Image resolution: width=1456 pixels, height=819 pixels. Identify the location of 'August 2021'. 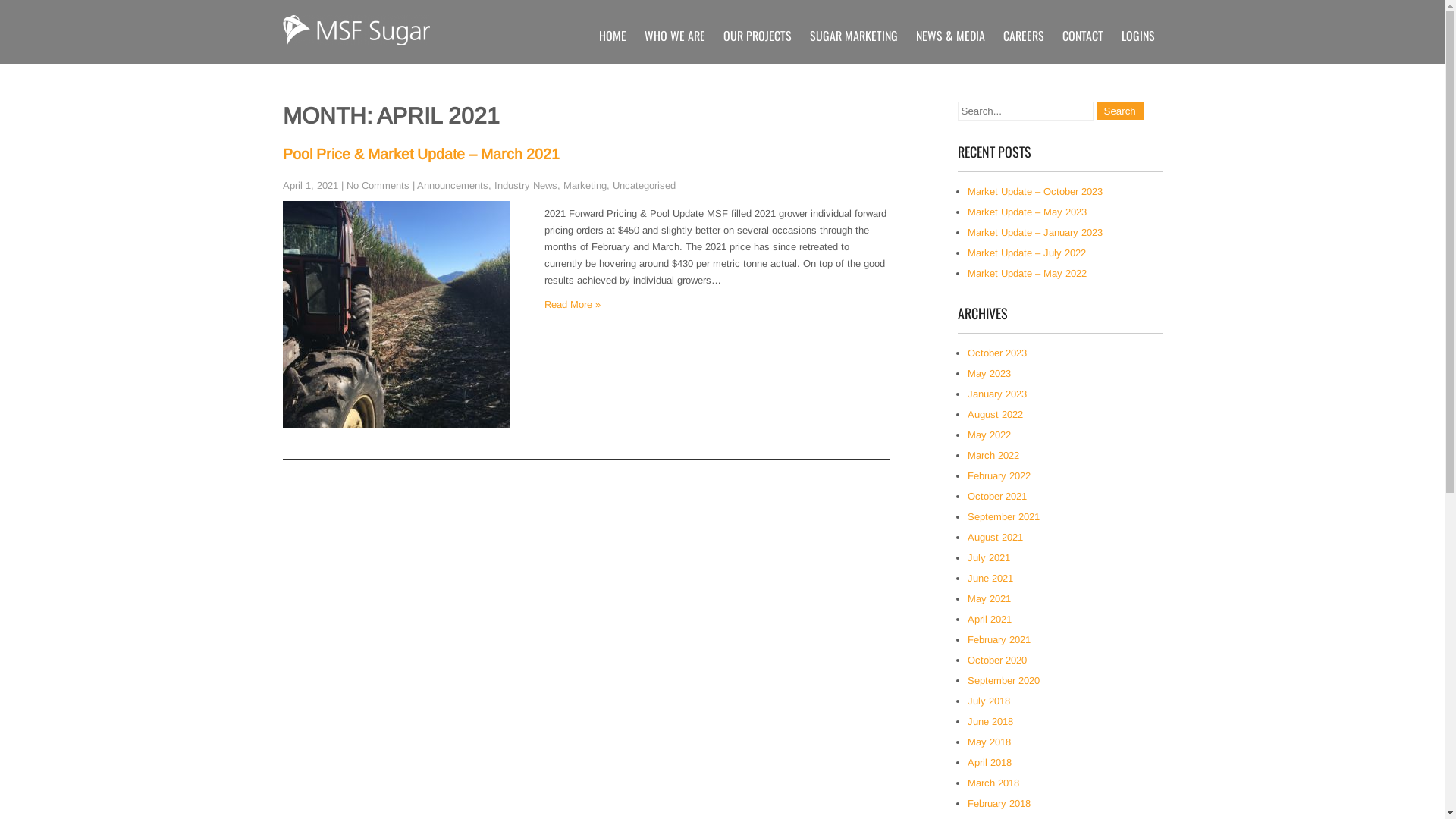
(995, 536).